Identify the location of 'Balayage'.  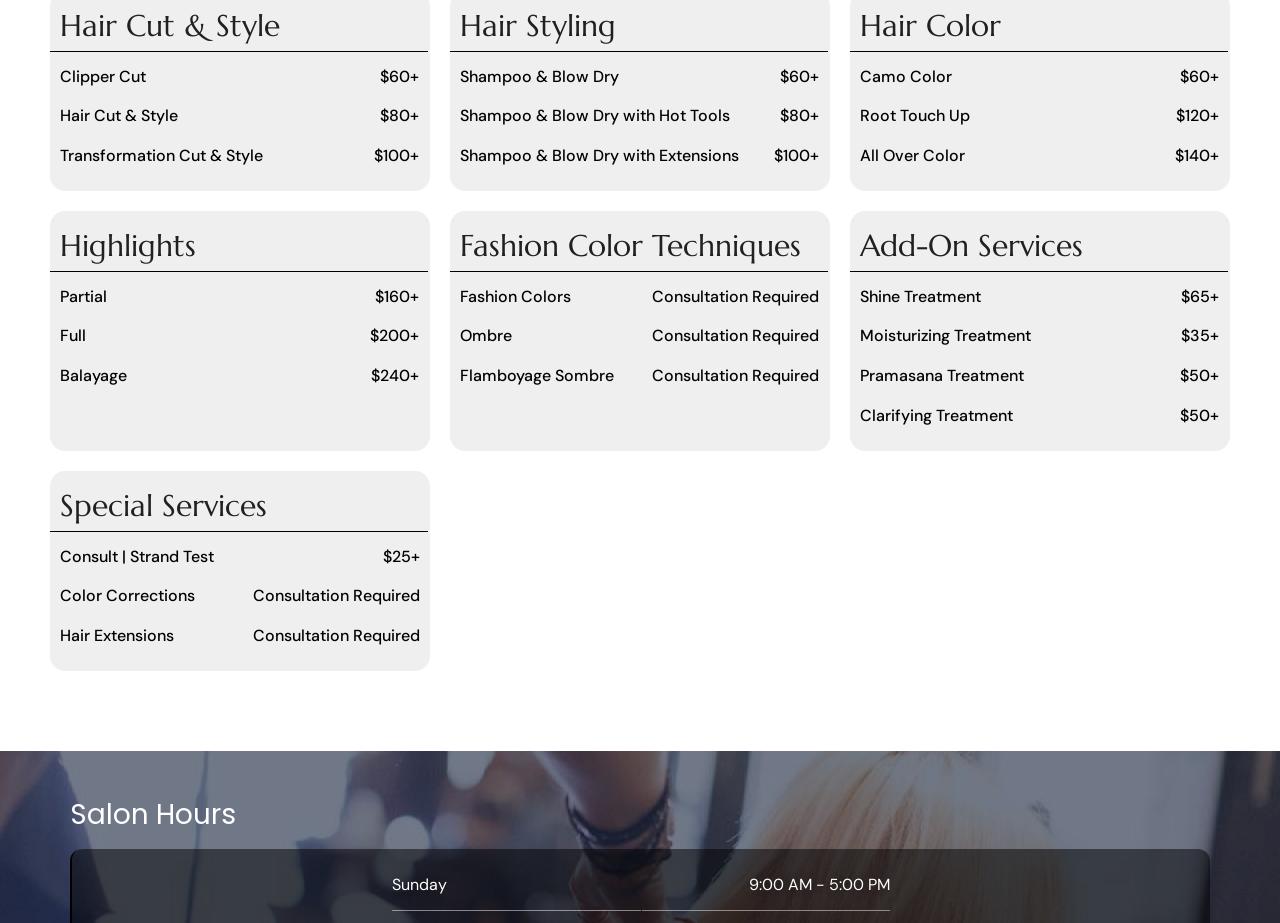
(92, 375).